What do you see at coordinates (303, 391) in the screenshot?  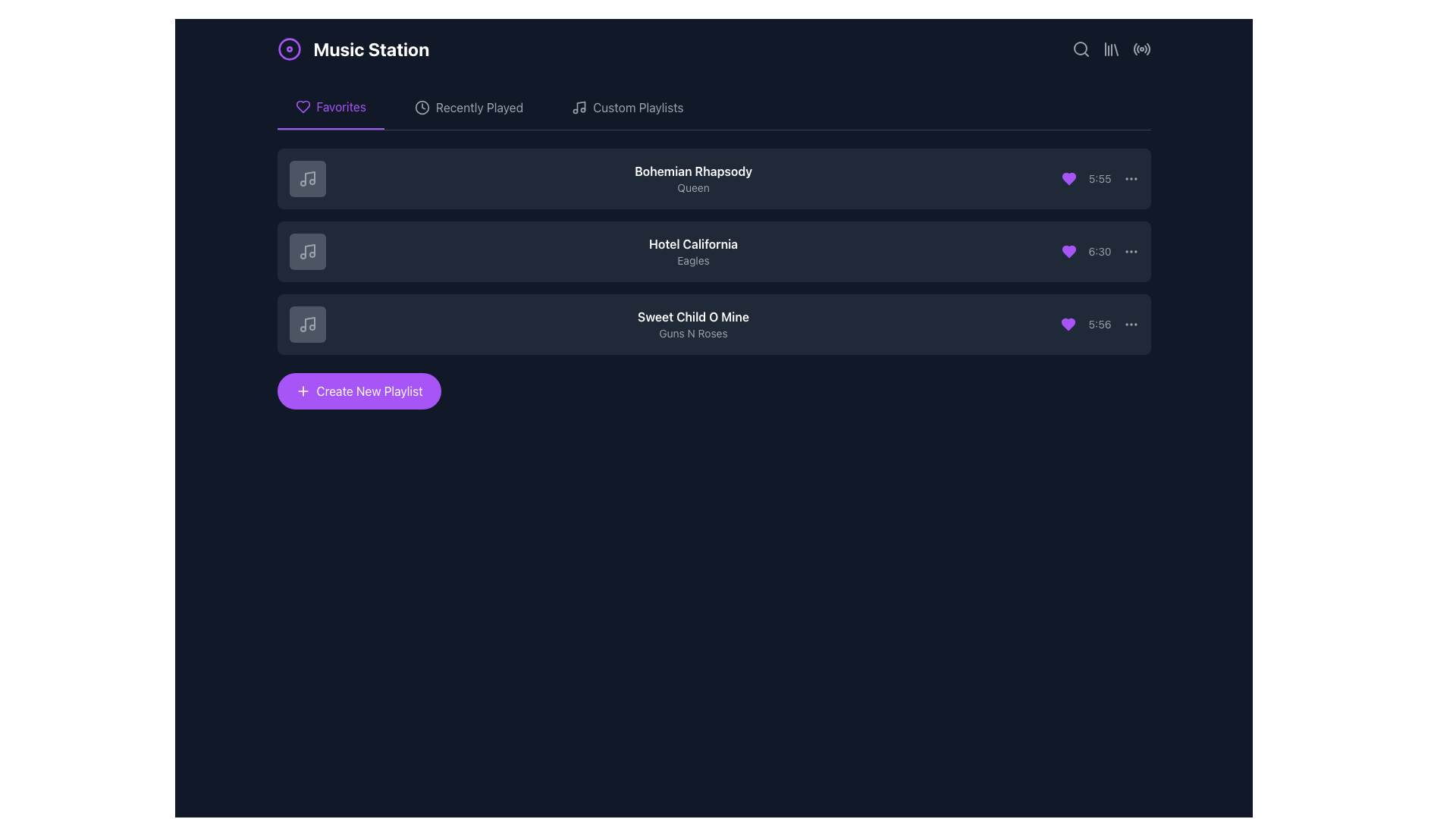 I see `the circular '+' icon with a purple background that is part of the 'Create New Playlist' button, located towards the bottom-left side of the interface` at bounding box center [303, 391].